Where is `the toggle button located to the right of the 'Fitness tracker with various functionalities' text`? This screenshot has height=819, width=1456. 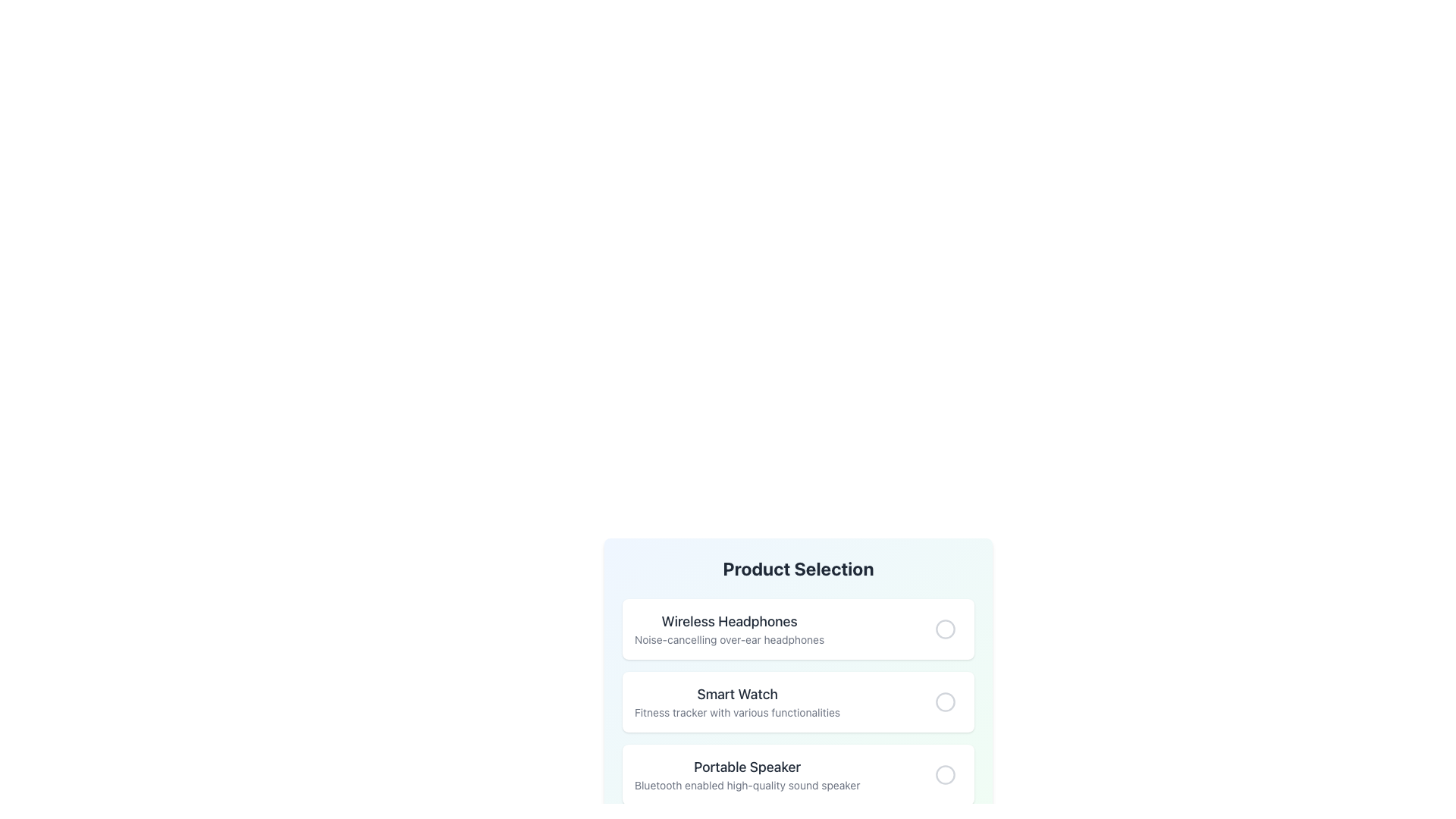
the toggle button located to the right of the 'Fitness tracker with various functionalities' text is located at coordinates (945, 701).